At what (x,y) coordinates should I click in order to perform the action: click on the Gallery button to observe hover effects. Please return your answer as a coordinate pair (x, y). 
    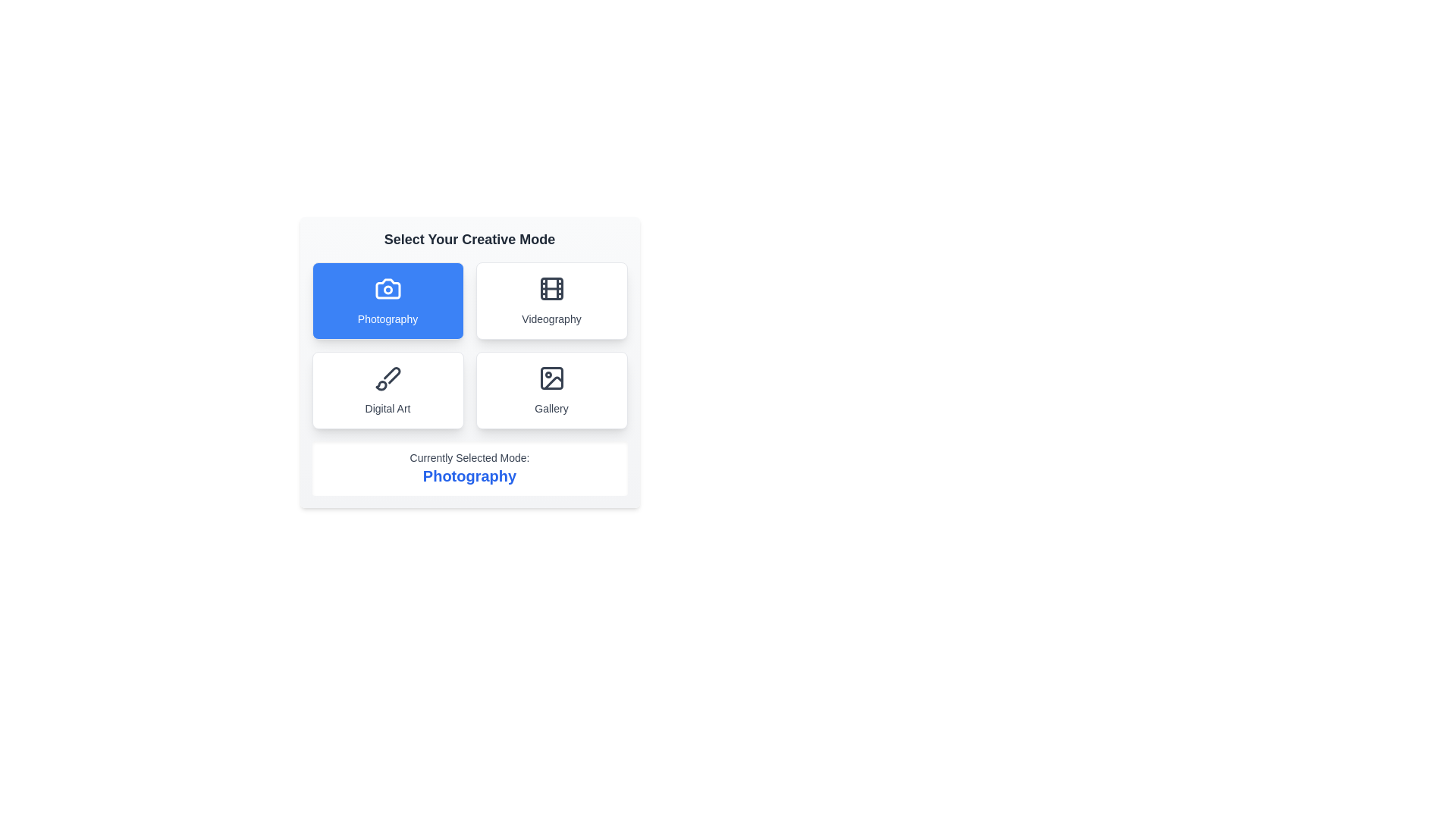
    Looking at the image, I should click on (551, 390).